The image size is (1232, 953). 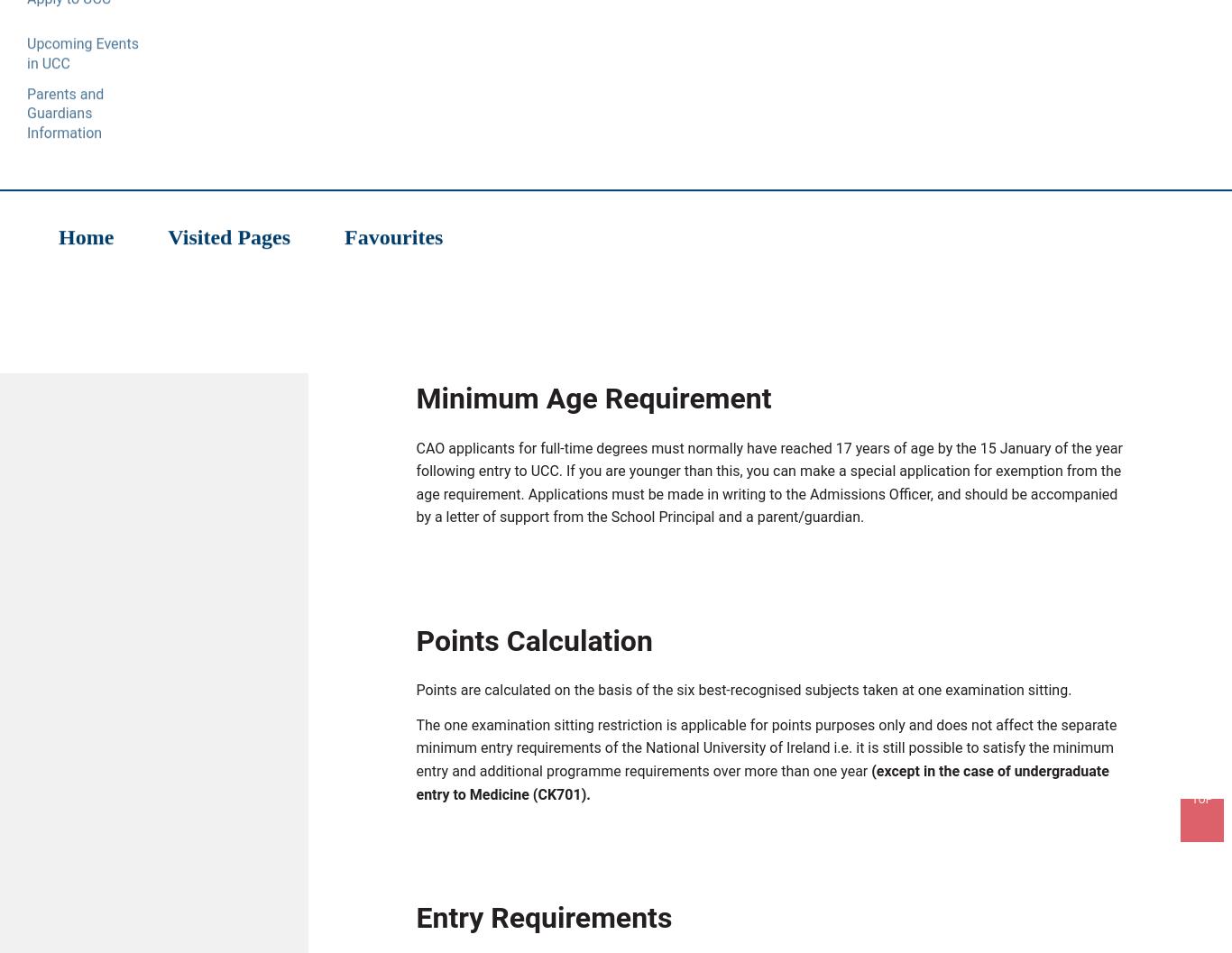 What do you see at coordinates (593, 268) in the screenshot?
I see `'CK115 Social Work; (Mature applicants only)'` at bounding box center [593, 268].